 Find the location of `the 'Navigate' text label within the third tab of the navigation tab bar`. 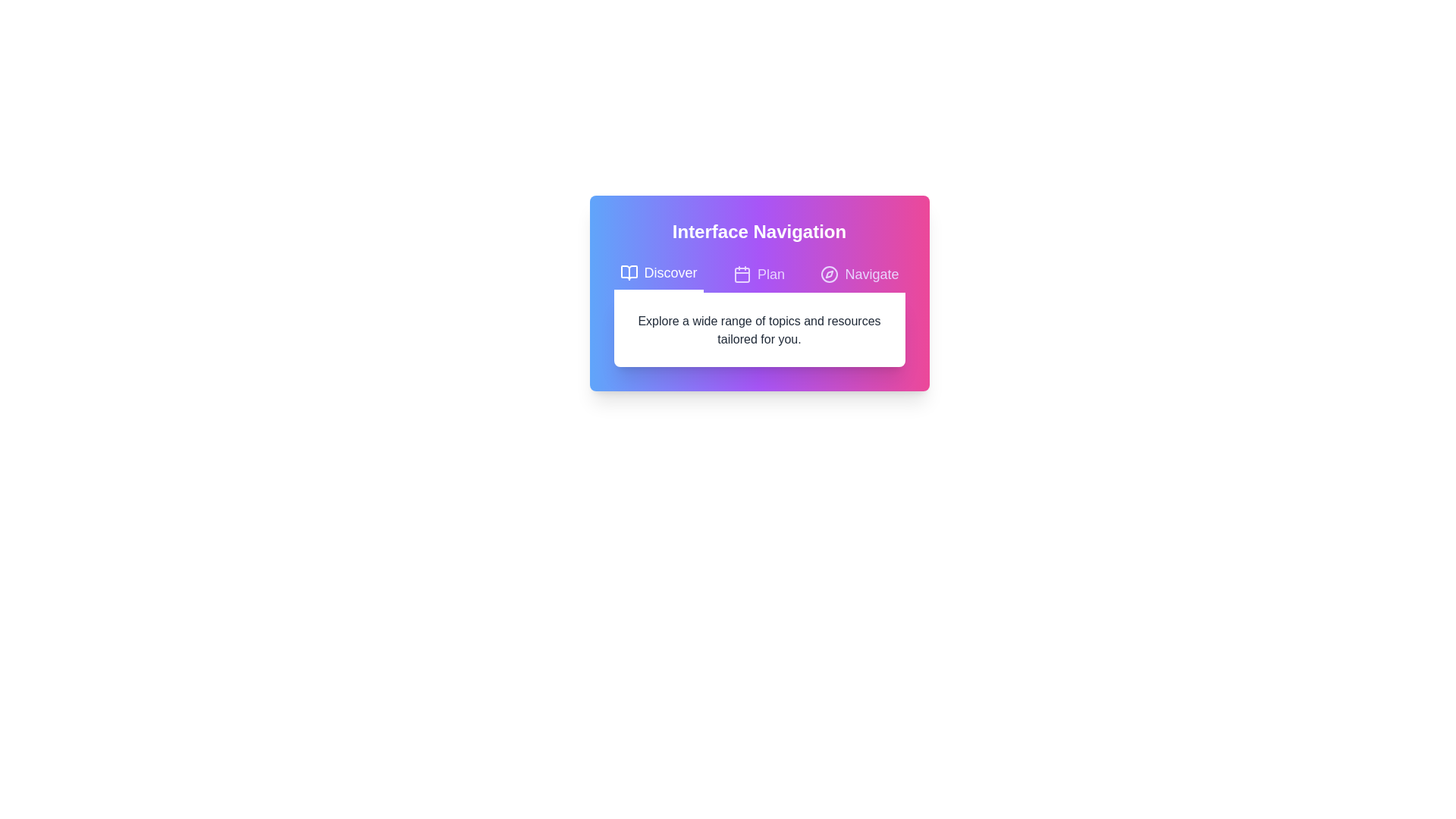

the 'Navigate' text label within the third tab of the navigation tab bar is located at coordinates (871, 275).